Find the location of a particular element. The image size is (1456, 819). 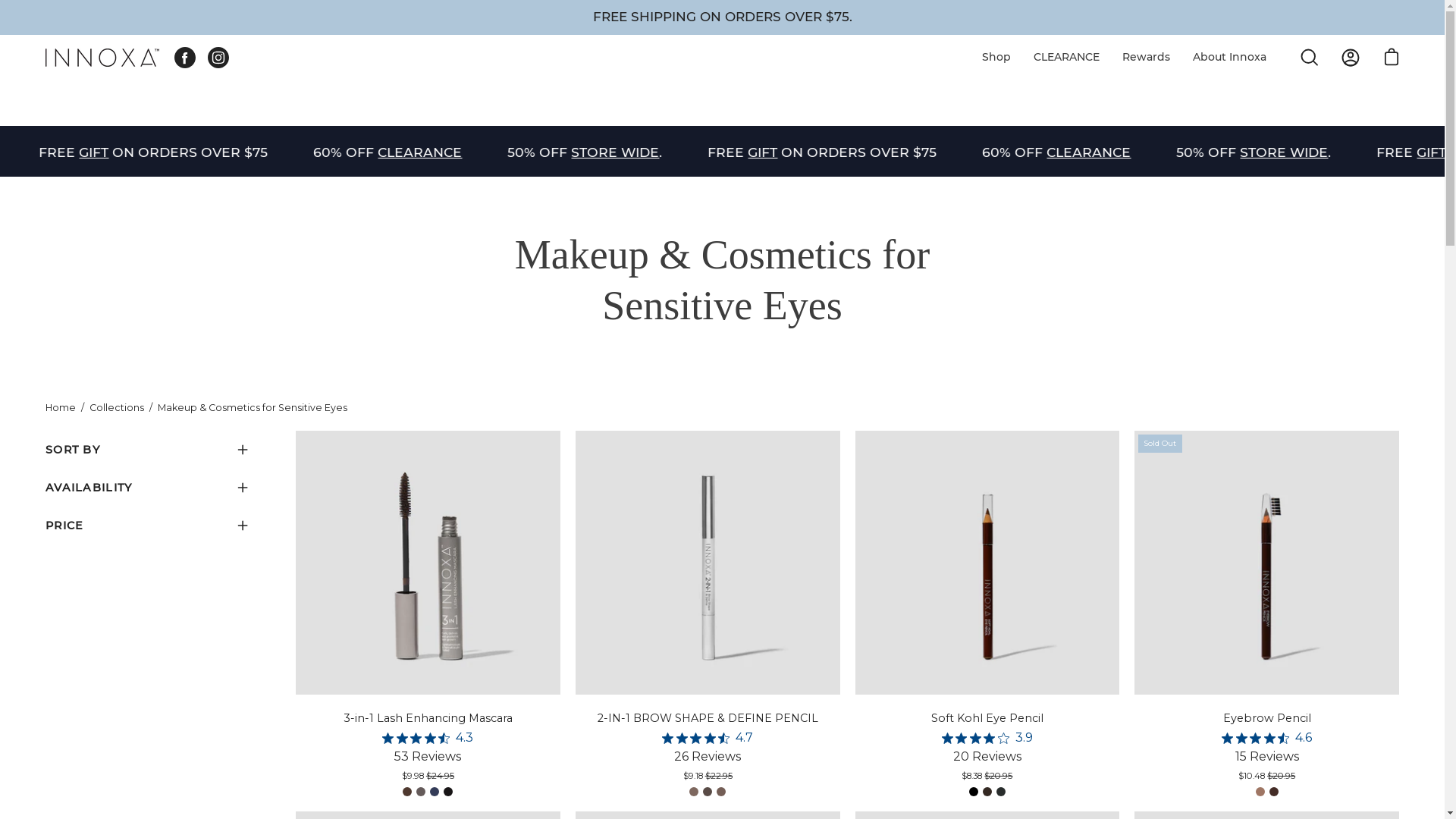

'$10.48 $20.95' is located at coordinates (1266, 776).